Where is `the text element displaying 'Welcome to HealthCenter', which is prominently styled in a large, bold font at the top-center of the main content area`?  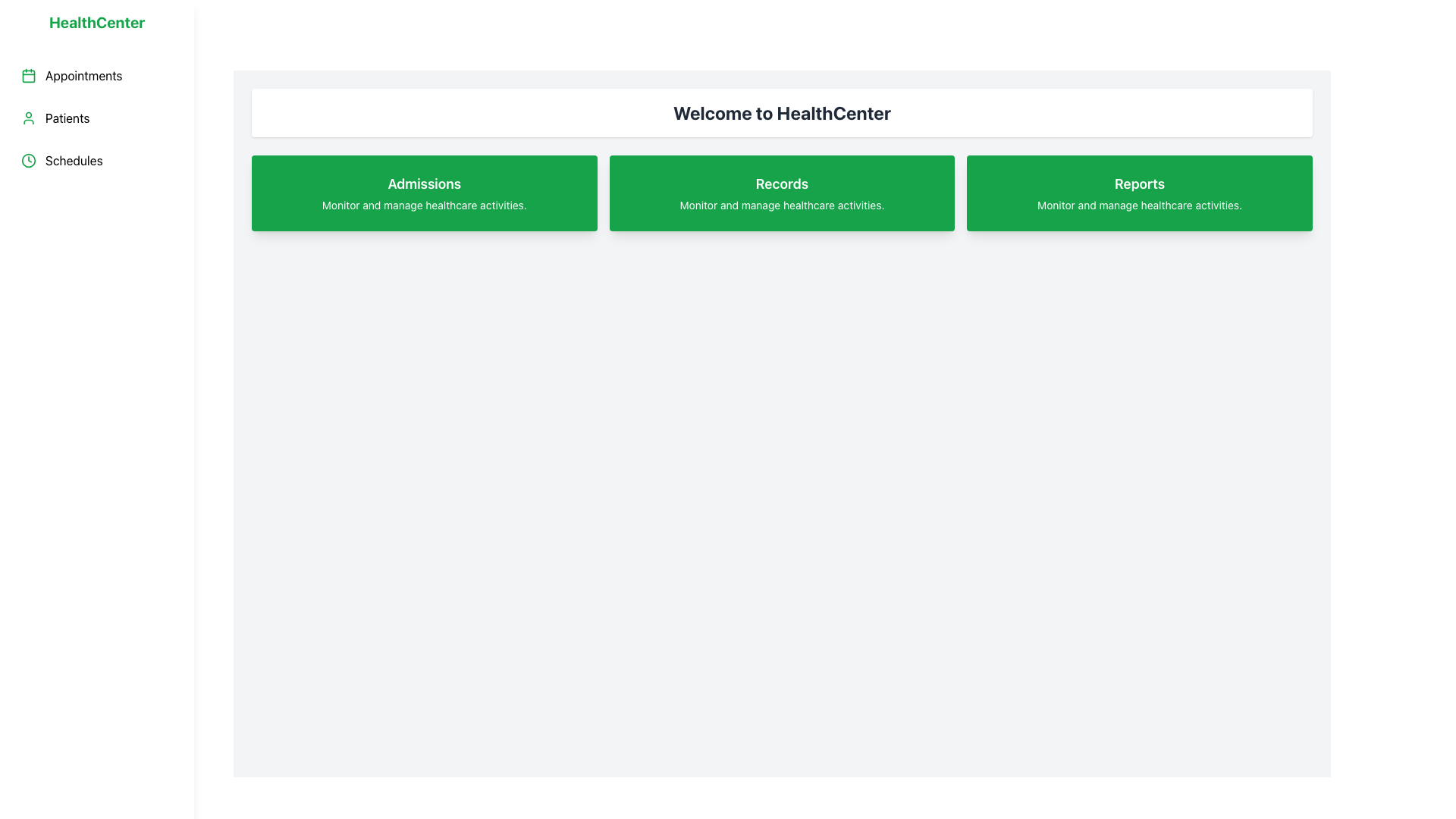
the text element displaying 'Welcome to HealthCenter', which is prominently styled in a large, bold font at the top-center of the main content area is located at coordinates (782, 112).